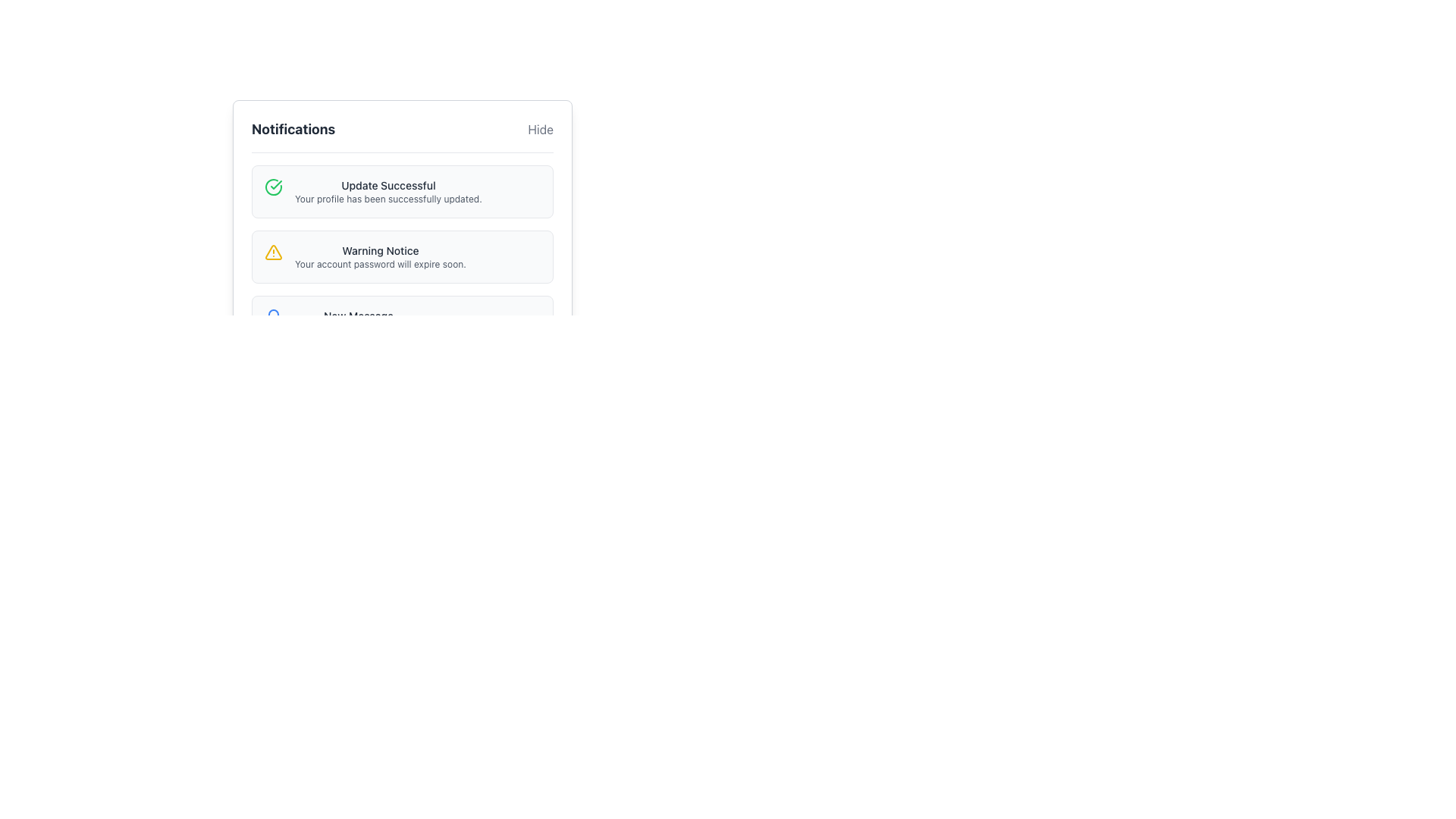 The image size is (1456, 819). Describe the element at coordinates (541, 128) in the screenshot. I see `the toggle button located to the far right of the 'Notifications' title to change its color` at that location.